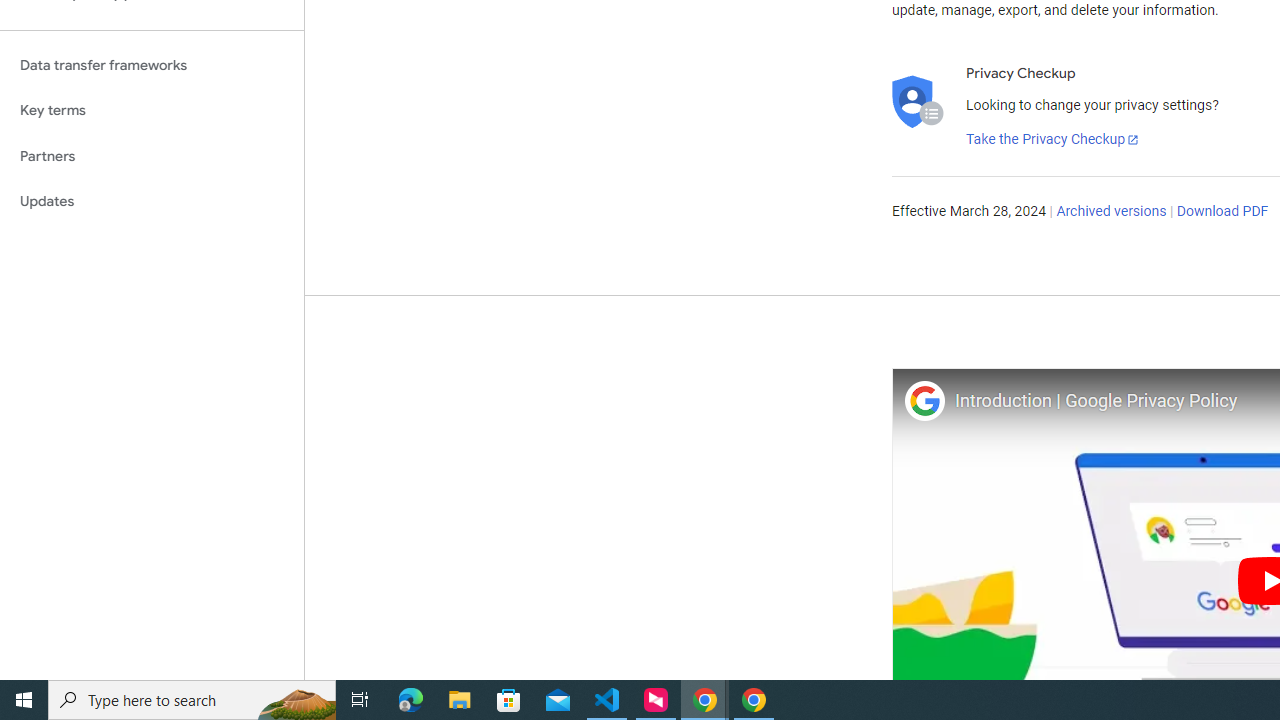 The image size is (1280, 720). I want to click on 'Data transfer frameworks', so click(151, 64).